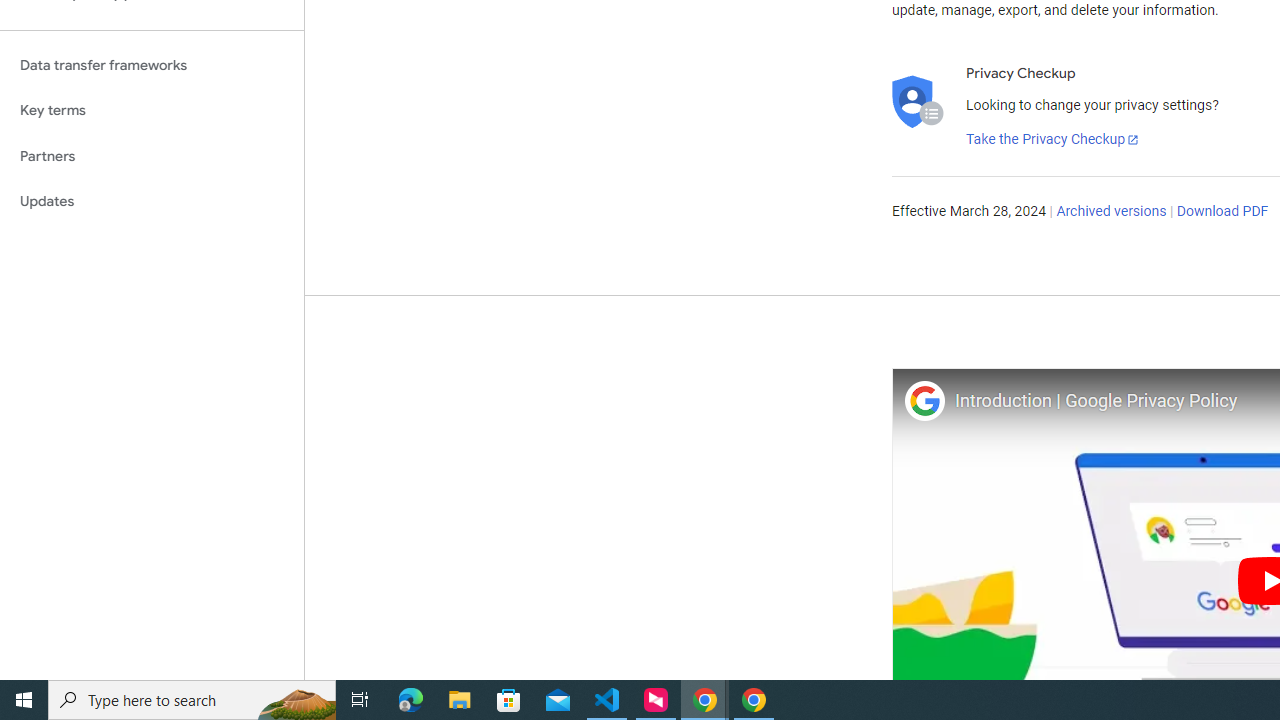 The image size is (1280, 720). I want to click on 'Data transfer frameworks', so click(151, 64).